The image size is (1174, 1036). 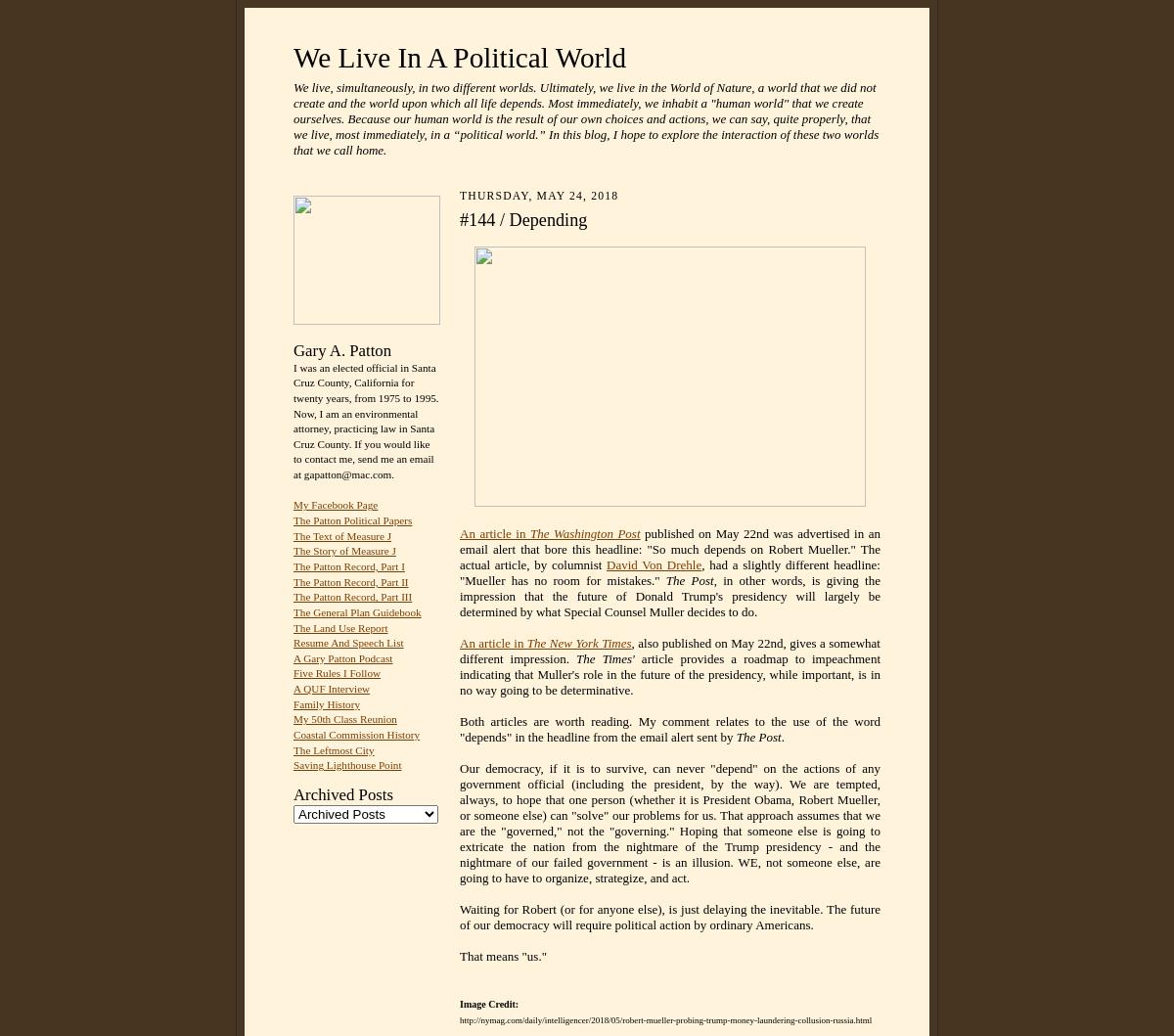 What do you see at coordinates (459, 595) in the screenshot?
I see `', in other words, is giving the impression that the future of Donald Trump's presidency will largely be determined by what Special Counsel Muller decides to do.'` at bounding box center [459, 595].